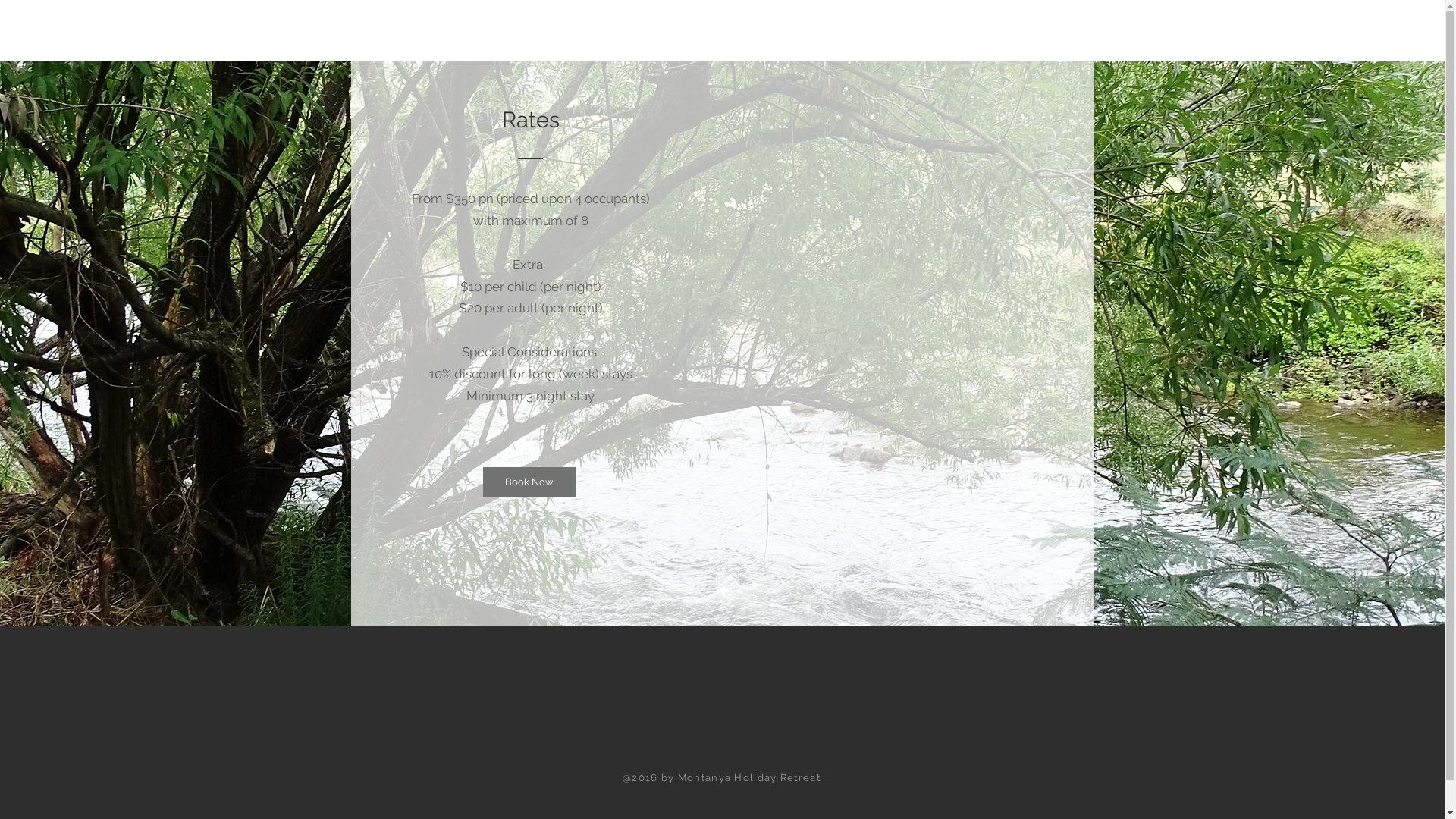 The image size is (1456, 819). Describe the element at coordinates (528, 482) in the screenshot. I see `'Book Now'` at that location.